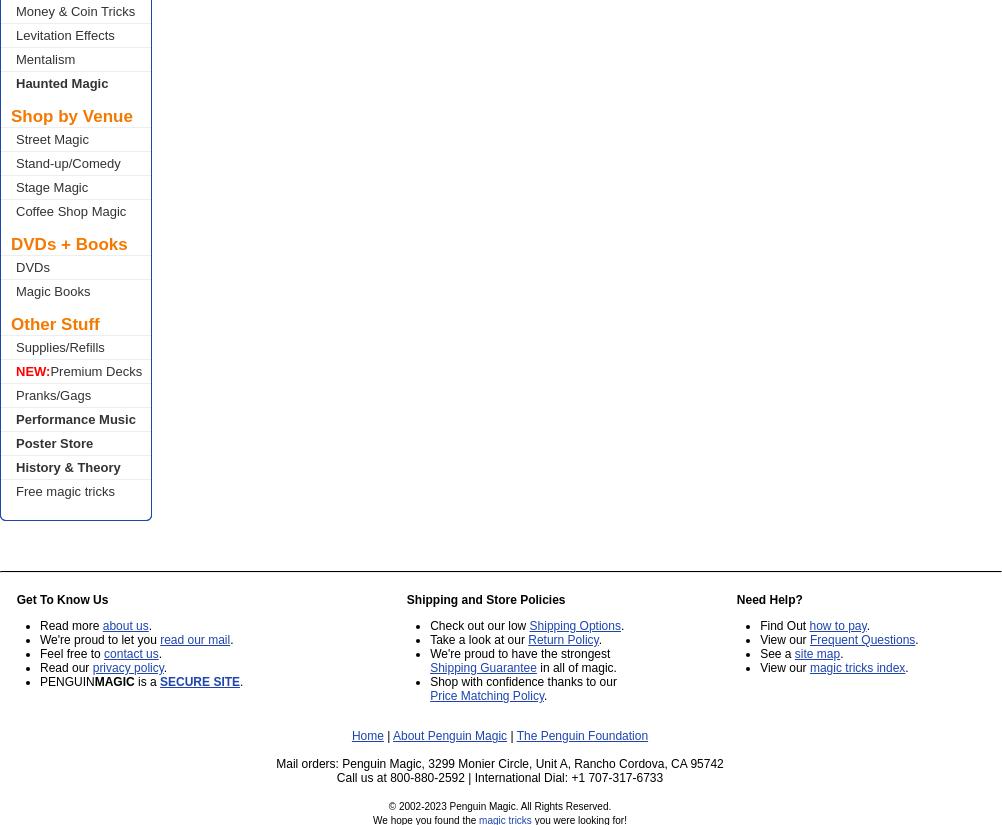  I want to click on 'DVDs + Books', so click(11, 244).